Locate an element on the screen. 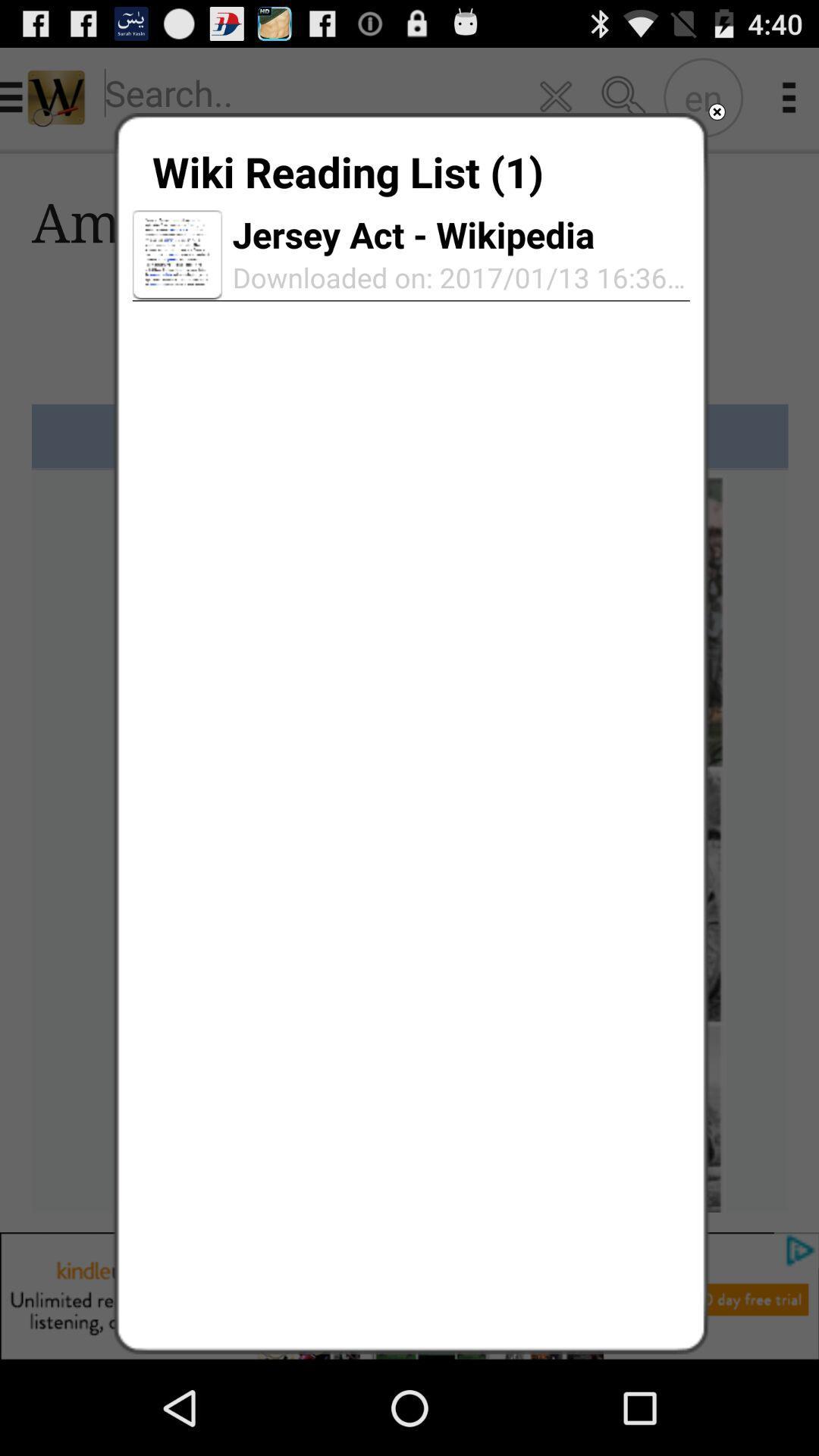 The image size is (819, 1456). icon next to downloaded on 2017 icon is located at coordinates (177, 255).